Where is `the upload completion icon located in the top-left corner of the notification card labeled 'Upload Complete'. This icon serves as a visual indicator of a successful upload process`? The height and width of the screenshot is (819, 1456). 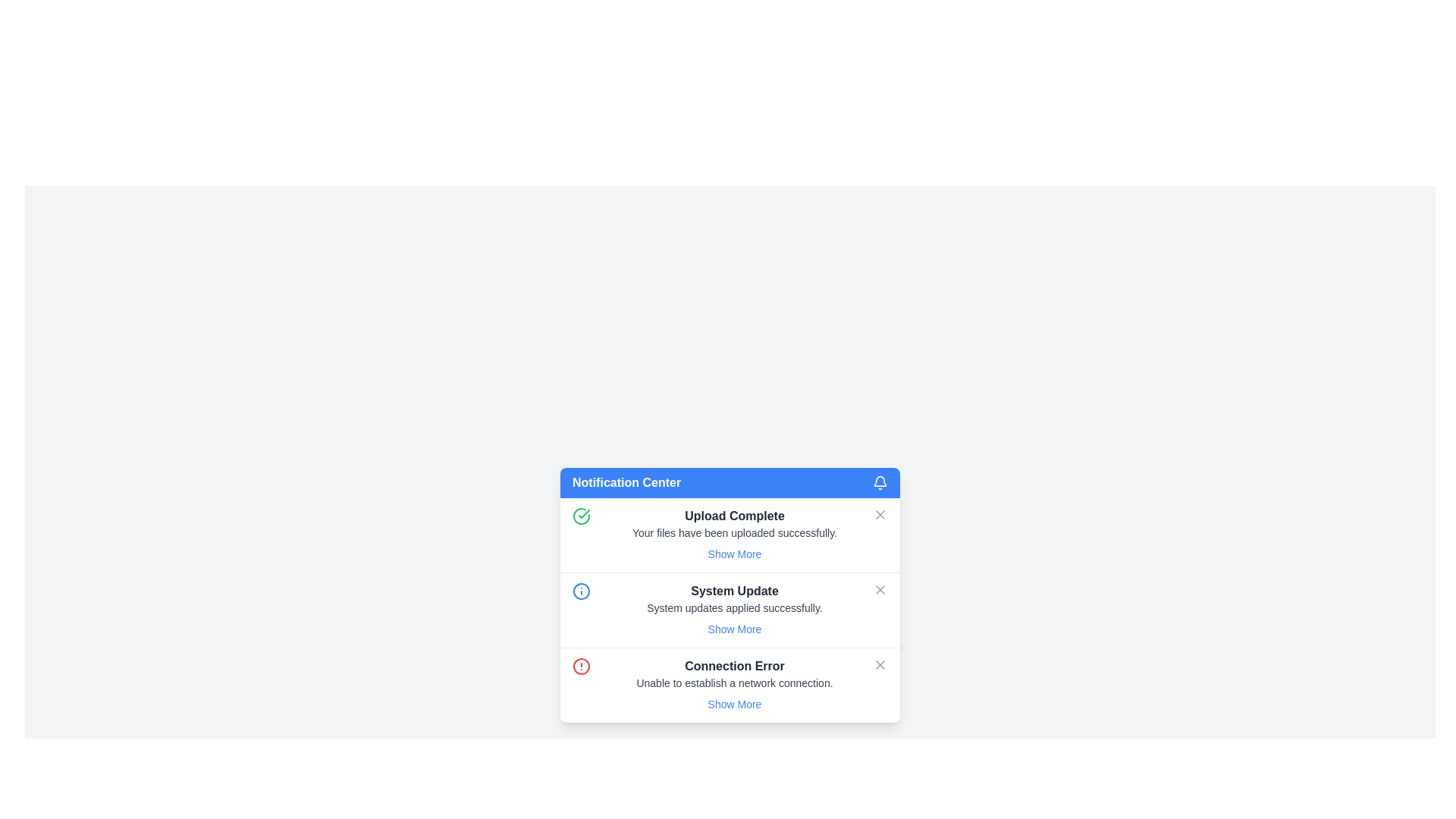
the upload completion icon located in the top-left corner of the notification card labeled 'Upload Complete'. This icon serves as a visual indicator of a successful upload process is located at coordinates (581, 516).